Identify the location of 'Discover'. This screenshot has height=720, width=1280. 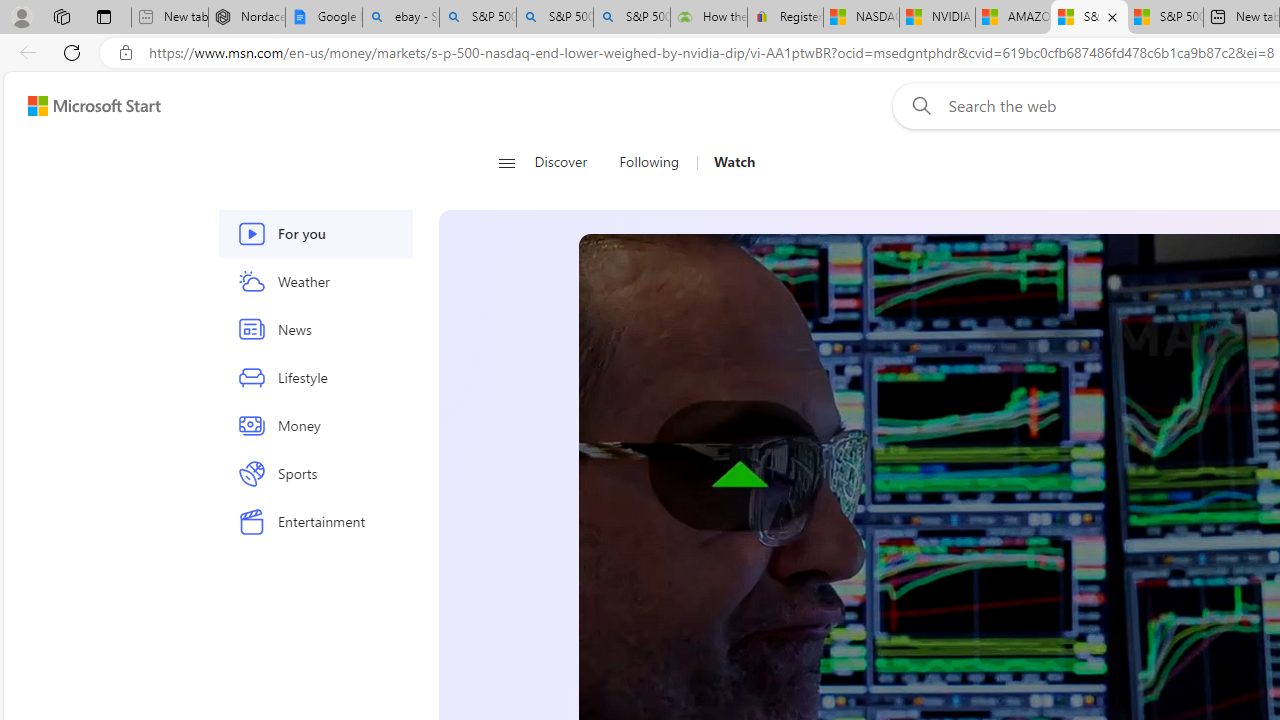
(567, 162).